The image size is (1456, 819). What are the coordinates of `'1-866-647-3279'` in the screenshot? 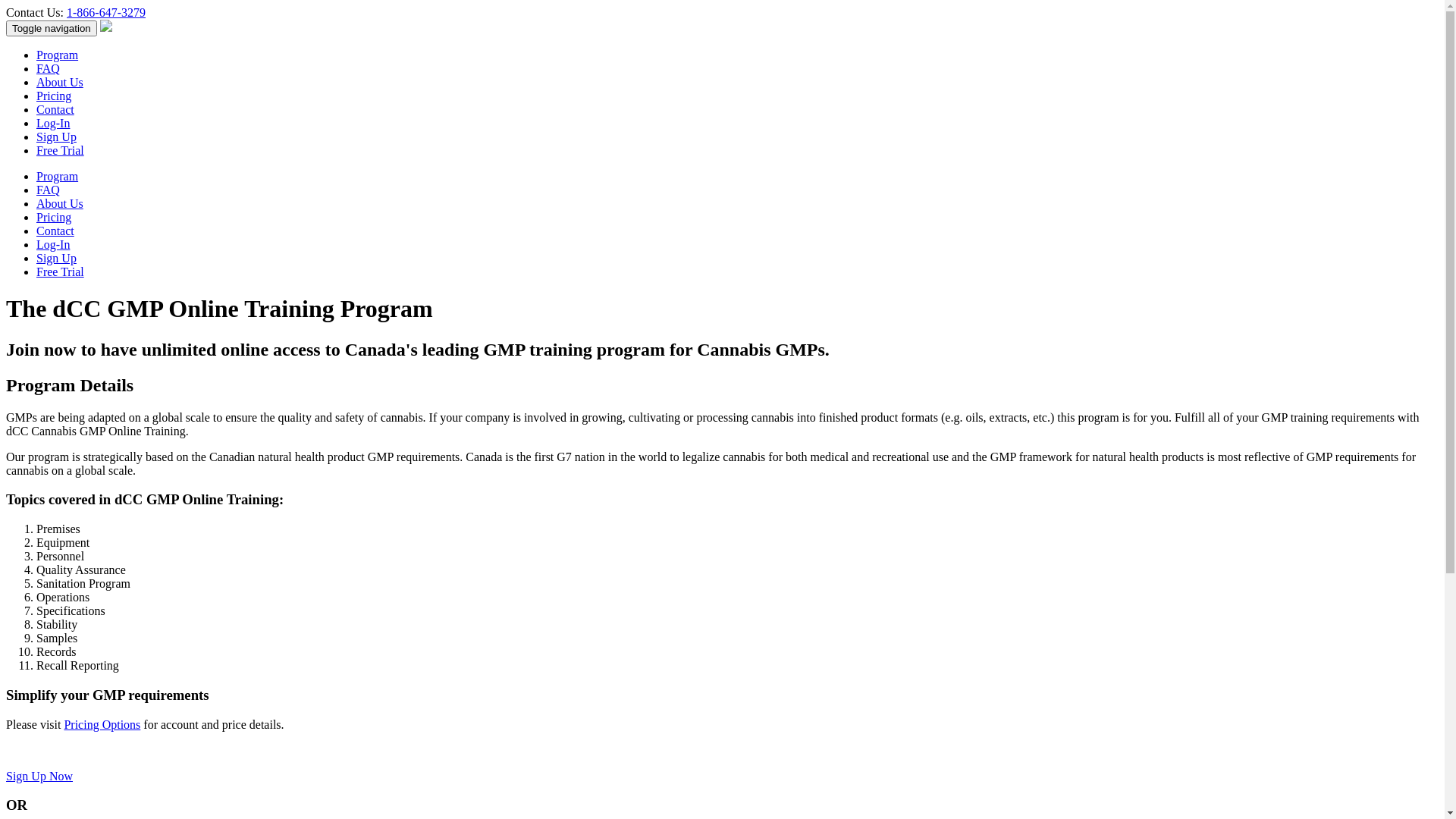 It's located at (105, 12).